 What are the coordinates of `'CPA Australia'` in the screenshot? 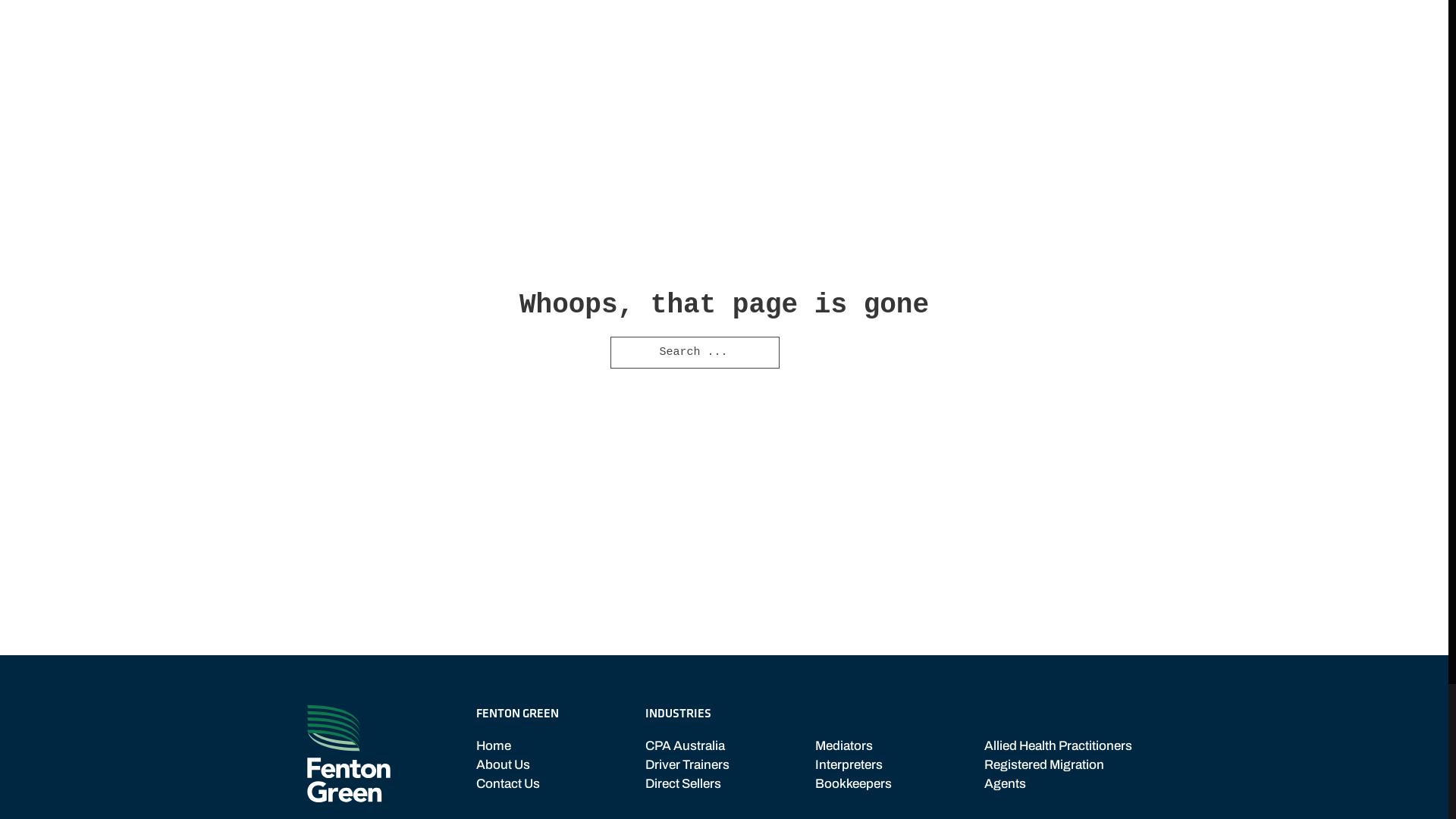 It's located at (686, 745).